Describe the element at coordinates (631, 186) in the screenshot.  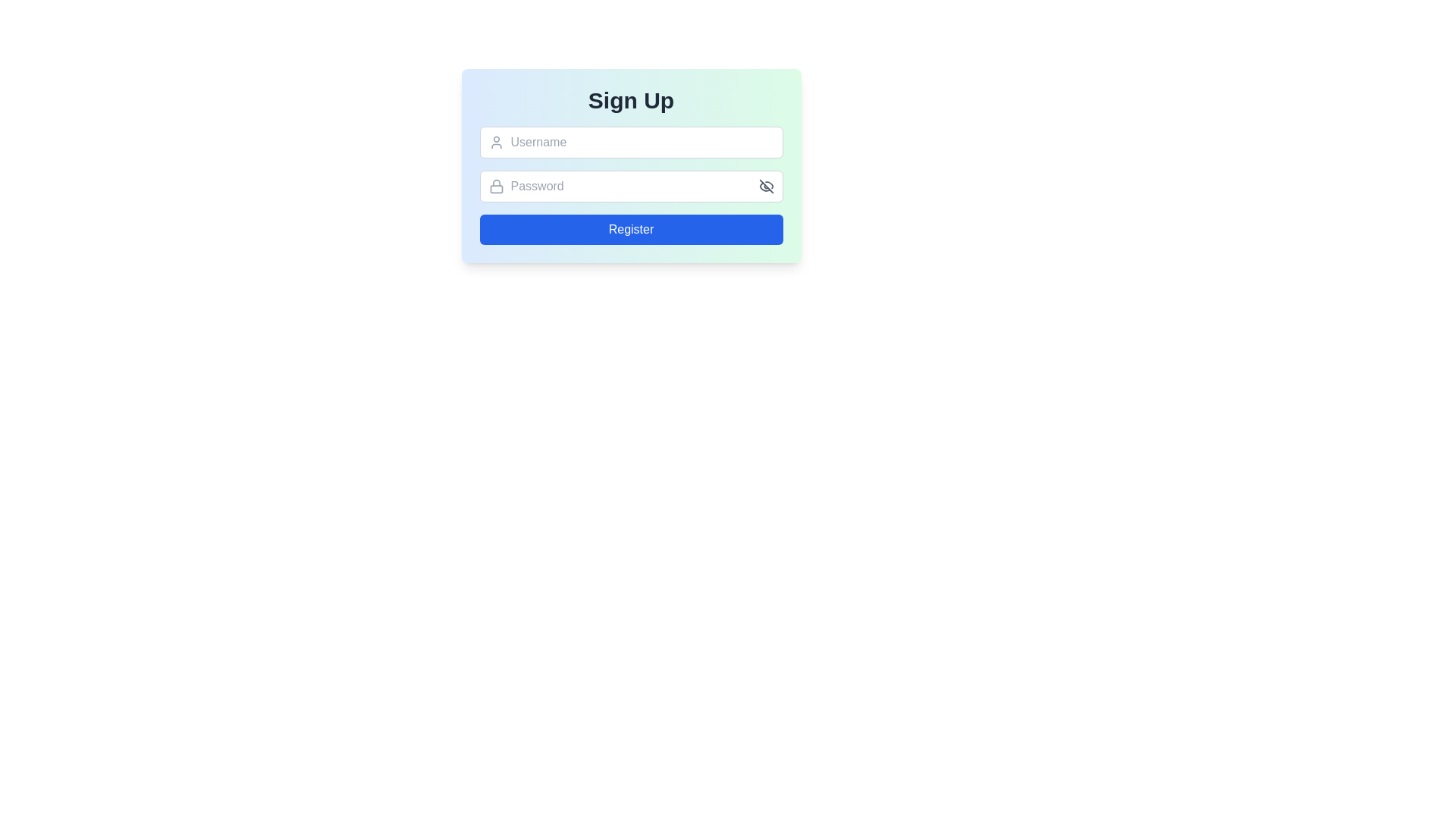
I see `the password input field located below the 'Username' input and above the 'Register' button to focus and type a password` at that location.